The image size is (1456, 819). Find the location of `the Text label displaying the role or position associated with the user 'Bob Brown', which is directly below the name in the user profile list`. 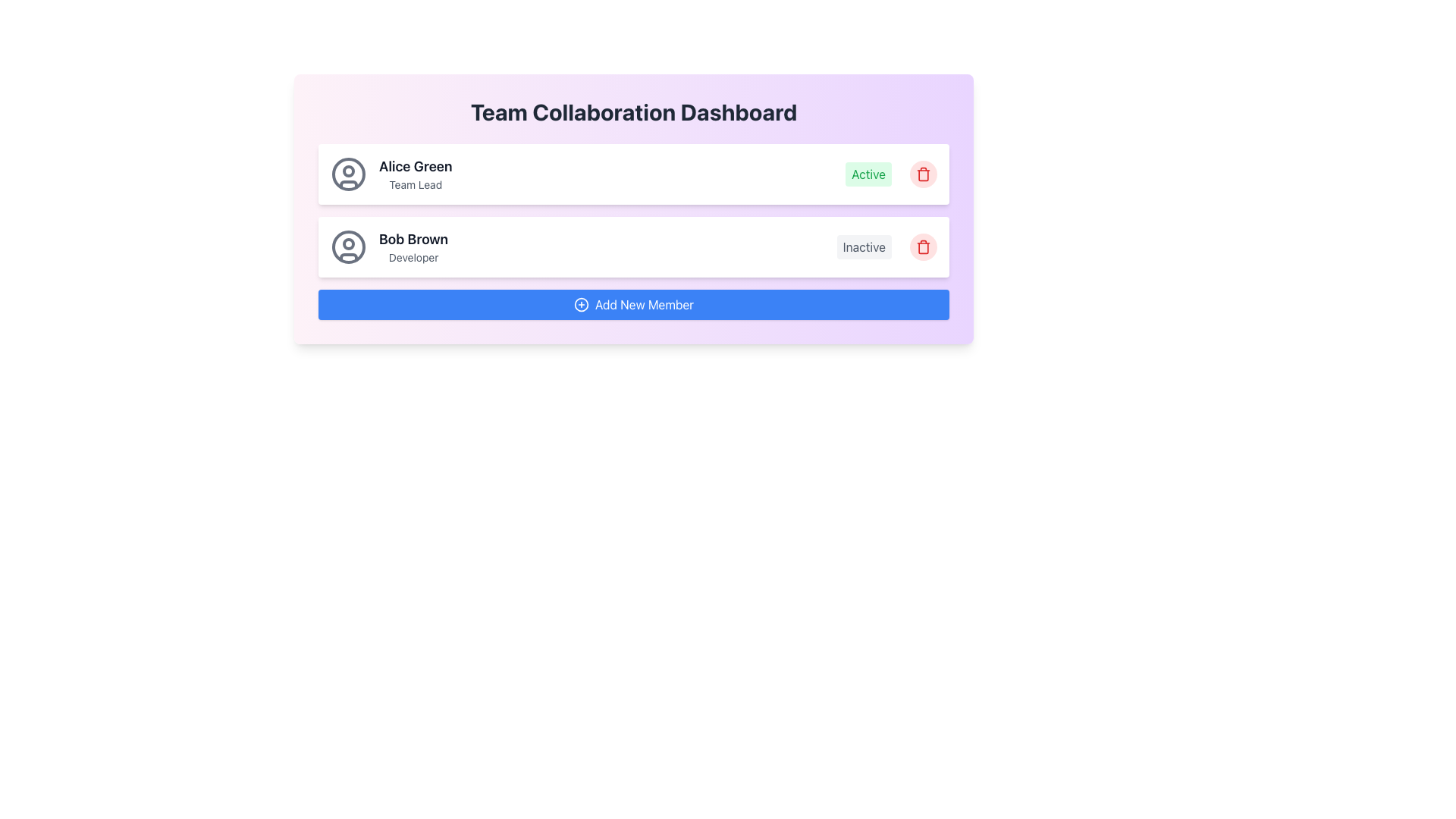

the Text label displaying the role or position associated with the user 'Bob Brown', which is directly below the name in the user profile list is located at coordinates (413, 256).